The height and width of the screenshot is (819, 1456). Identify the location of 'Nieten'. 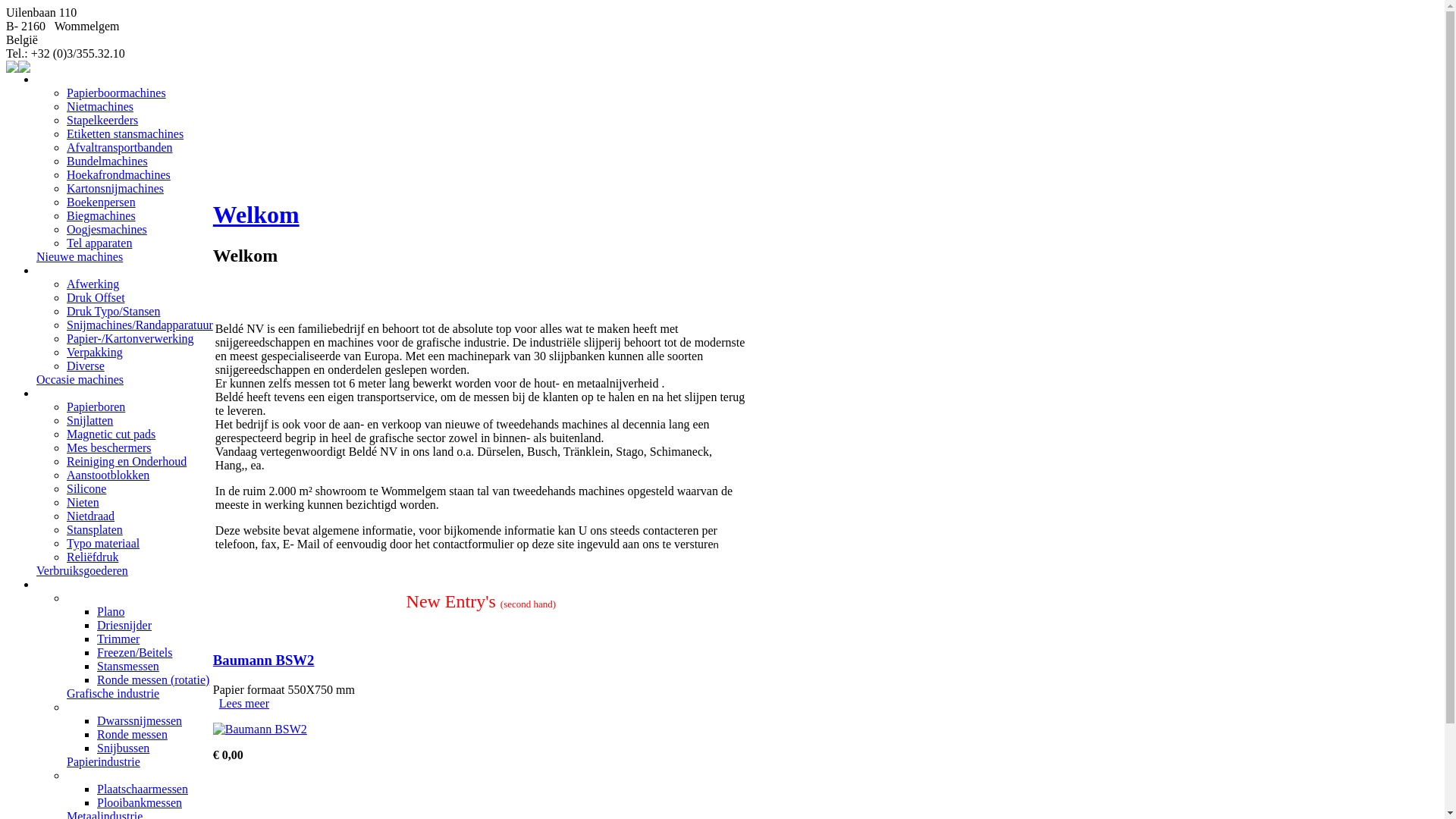
(82, 502).